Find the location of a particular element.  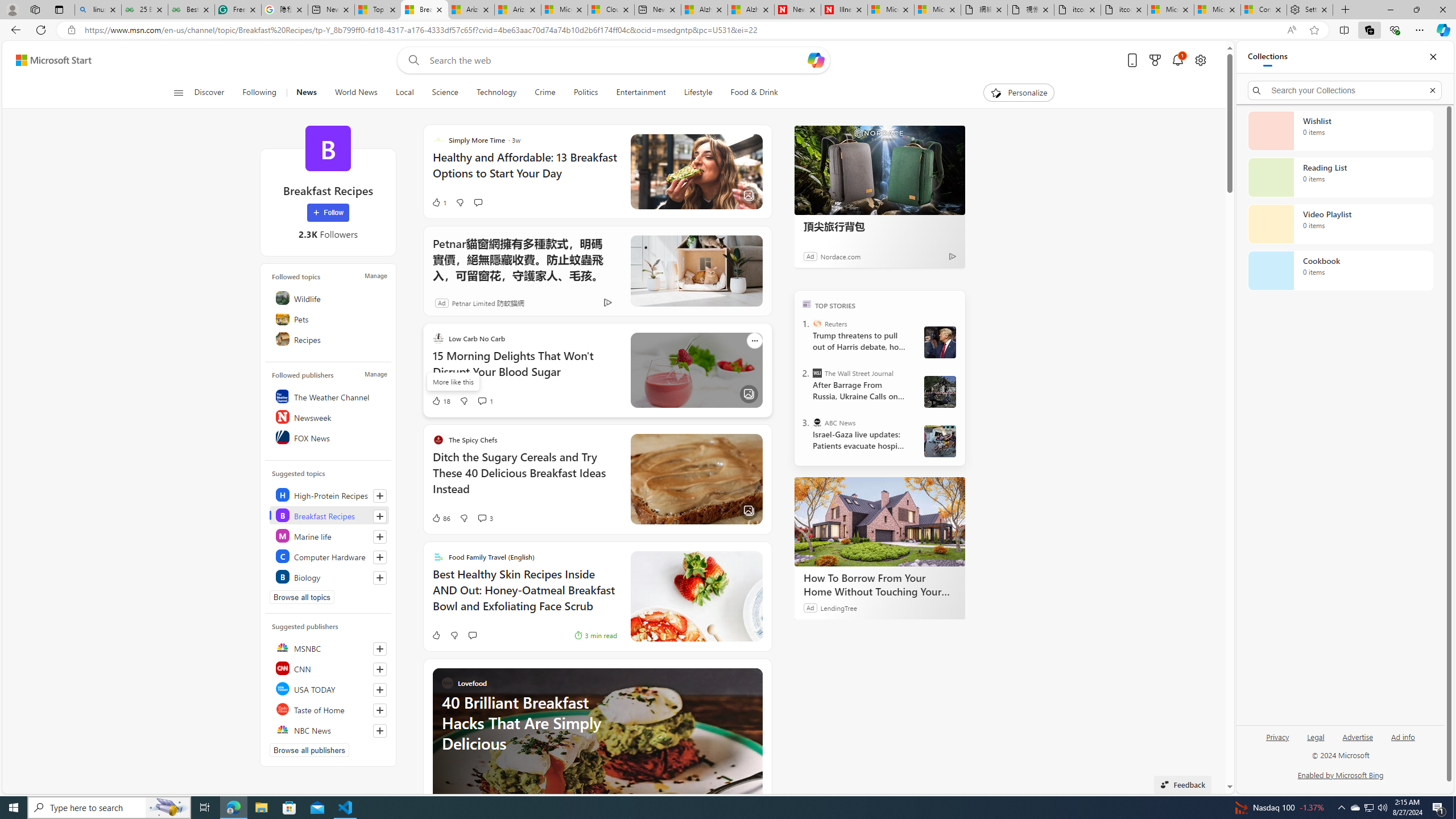

'Reuters' is located at coordinates (816, 323).